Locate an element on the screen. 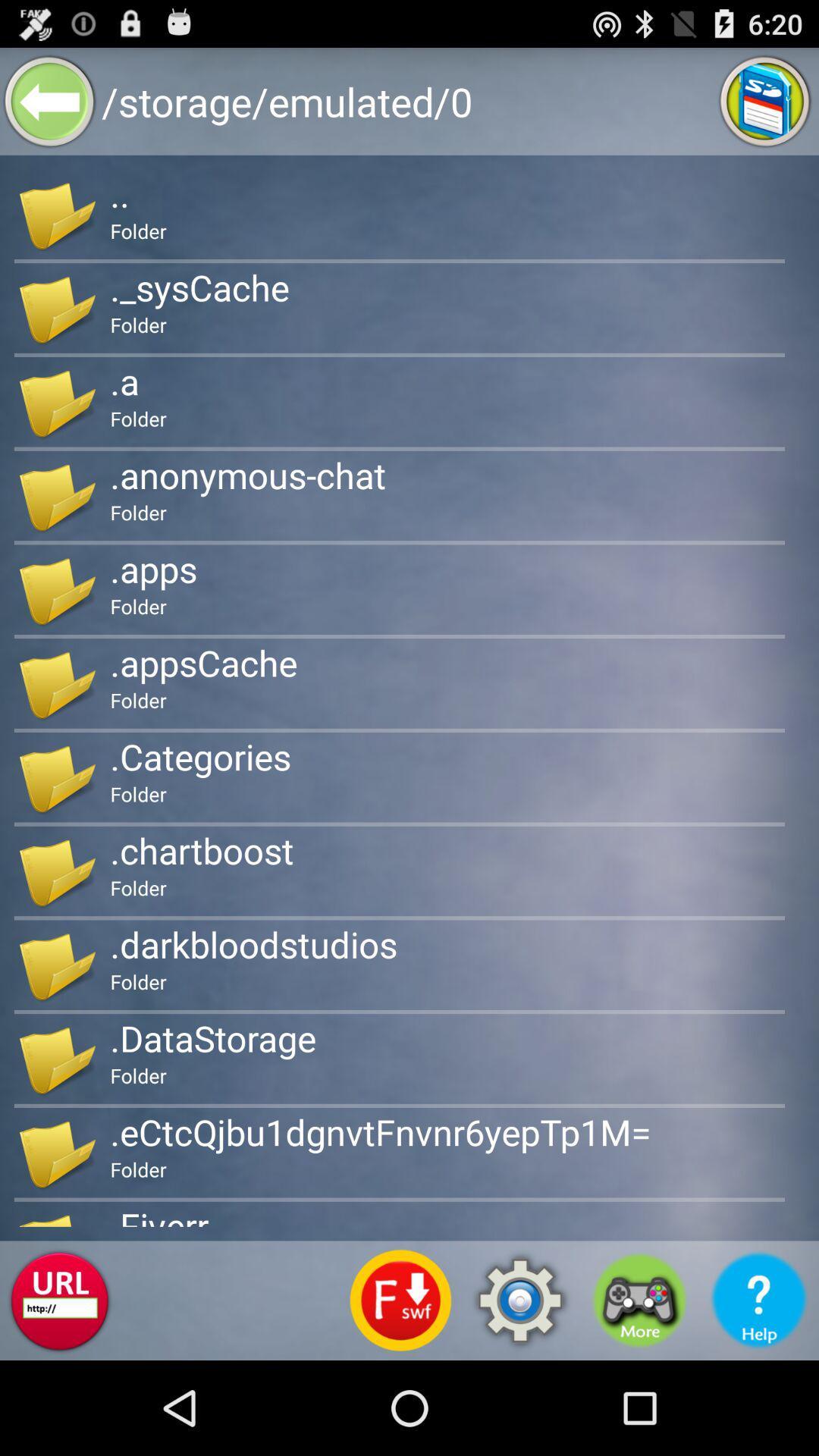  the item next to the /storage/emulated/0 is located at coordinates (765, 100).